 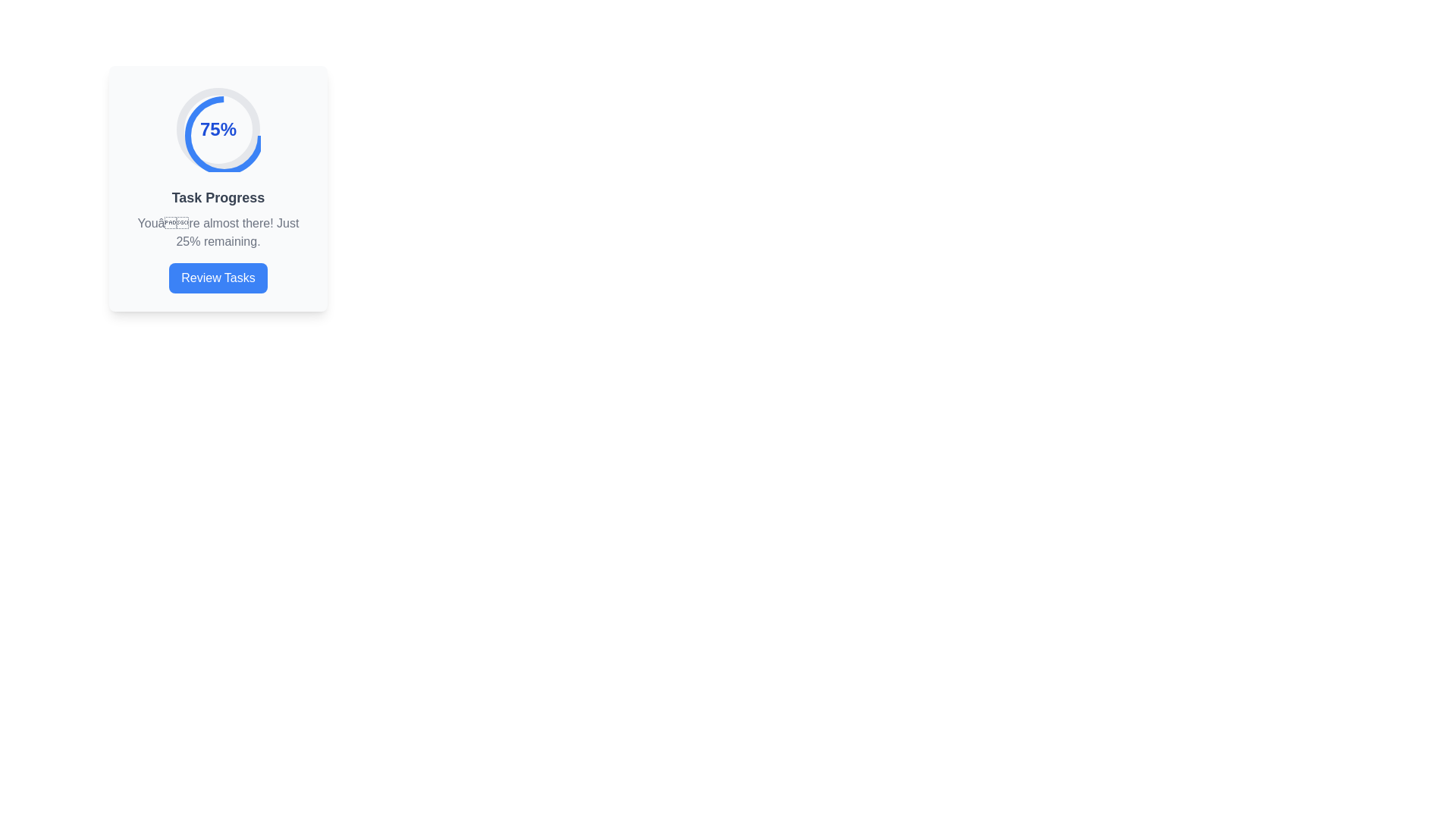 I want to click on the Circular progress bar indicating task completion percentage, which is centrally located above the 'Task Progress' text, so click(x=218, y=128).